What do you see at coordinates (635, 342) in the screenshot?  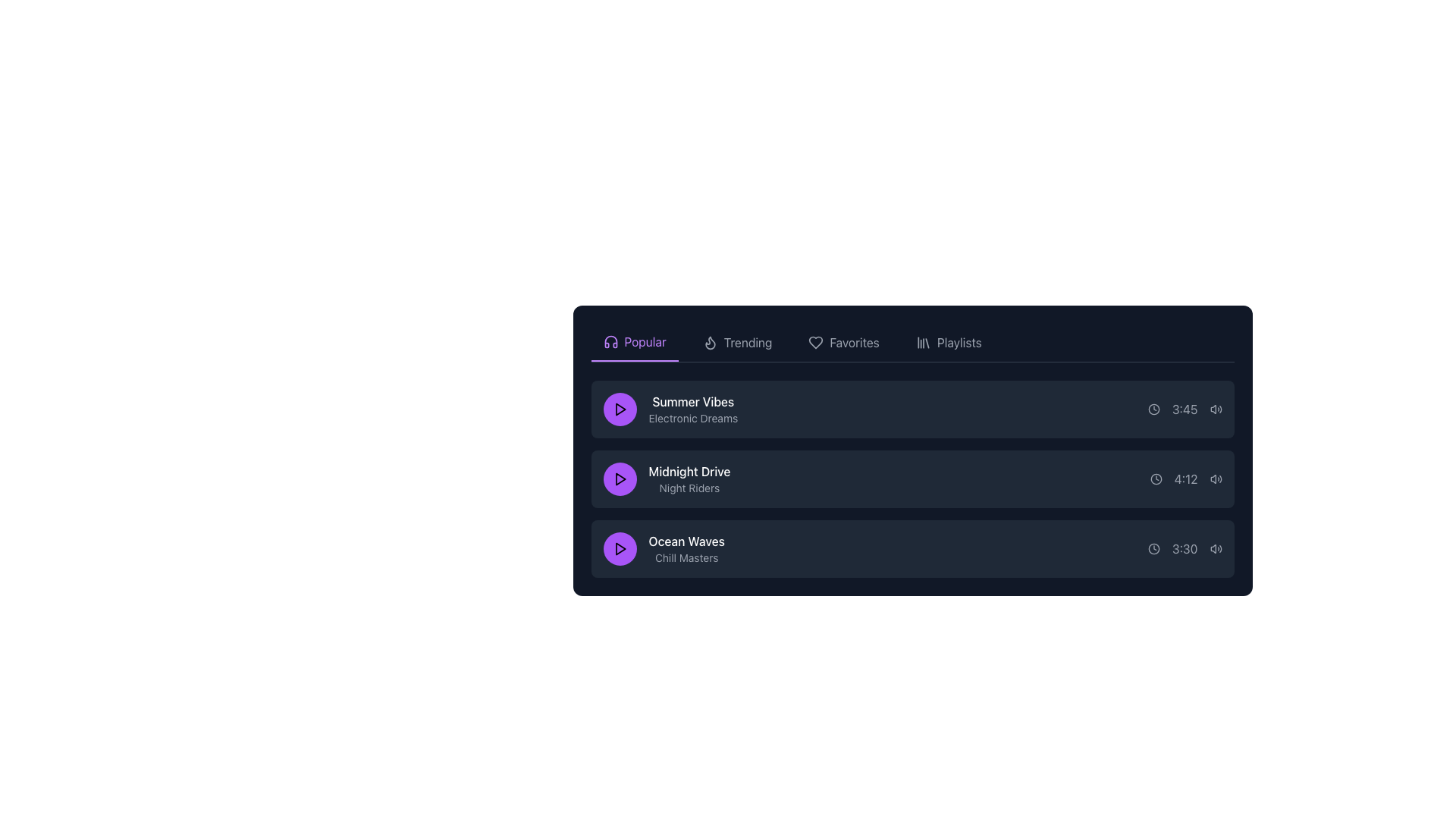 I see `the leftmost navigational tab button with an icon and text` at bounding box center [635, 342].